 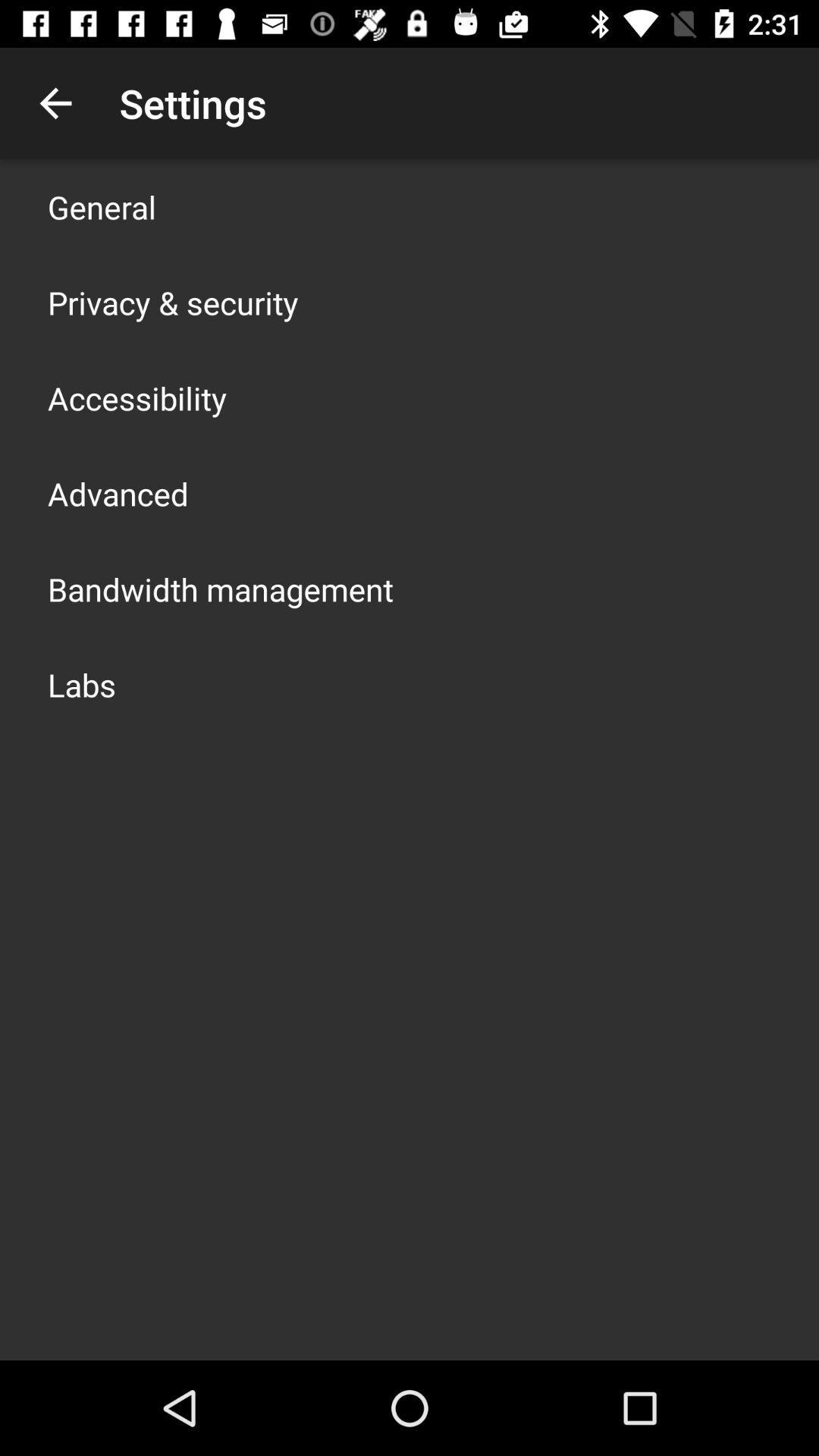 I want to click on item below the accessibility item, so click(x=117, y=494).